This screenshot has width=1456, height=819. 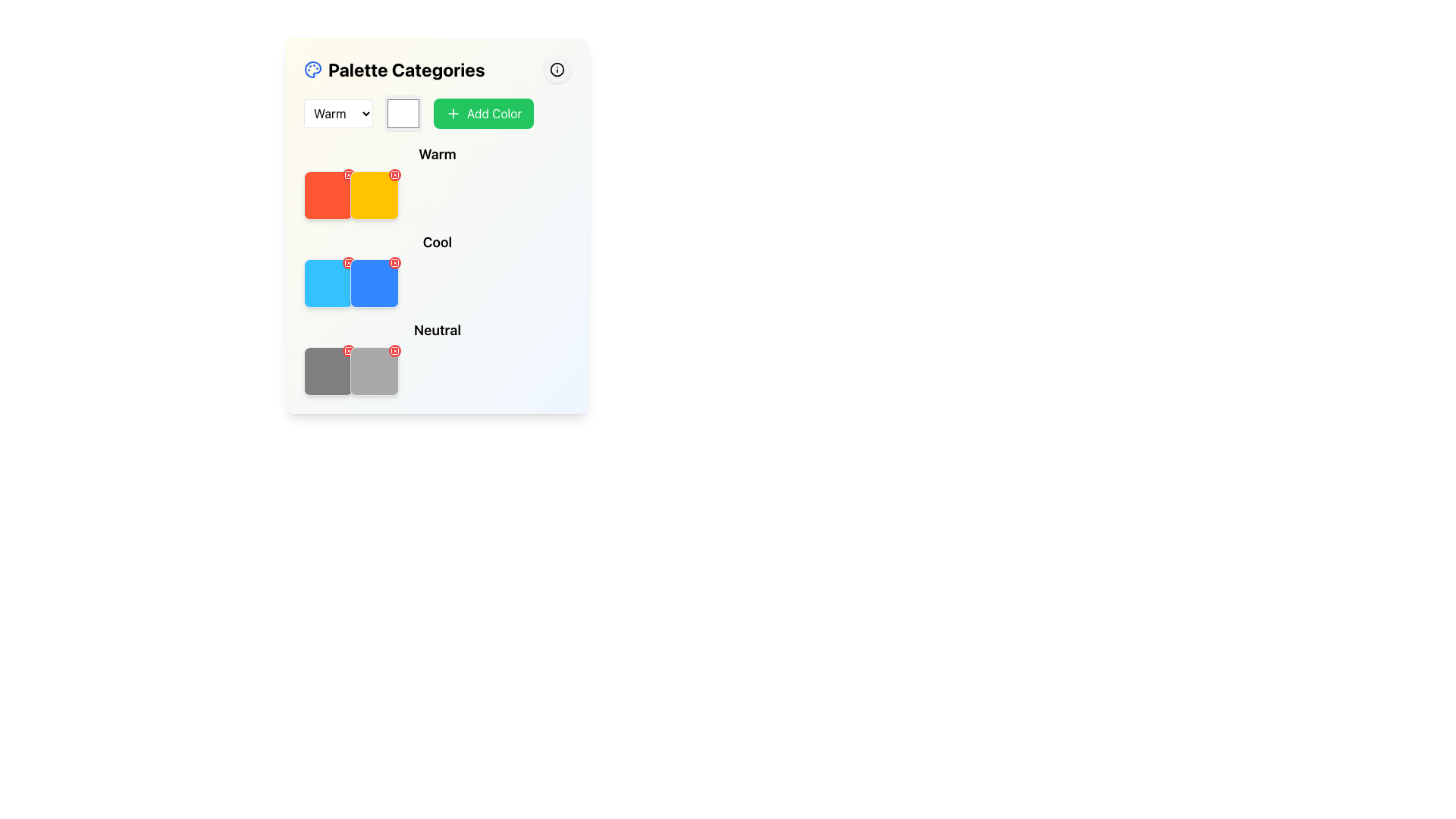 What do you see at coordinates (556, 70) in the screenshot?
I see `the informational button in the top-right corner of the 'Palette Categories' section` at bounding box center [556, 70].